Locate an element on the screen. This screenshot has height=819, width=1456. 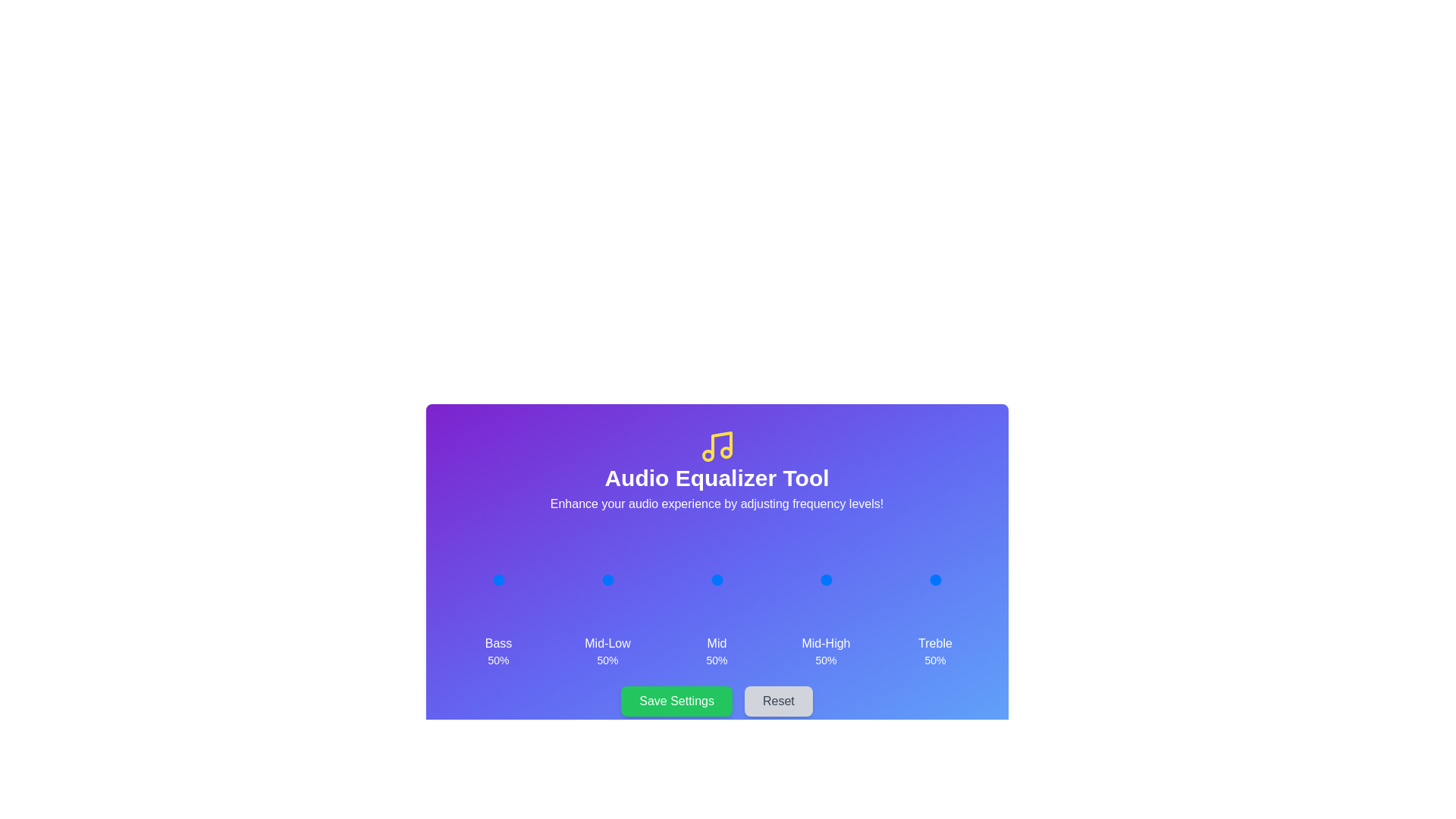
the 0 slider to 79% is located at coordinates (513, 579).